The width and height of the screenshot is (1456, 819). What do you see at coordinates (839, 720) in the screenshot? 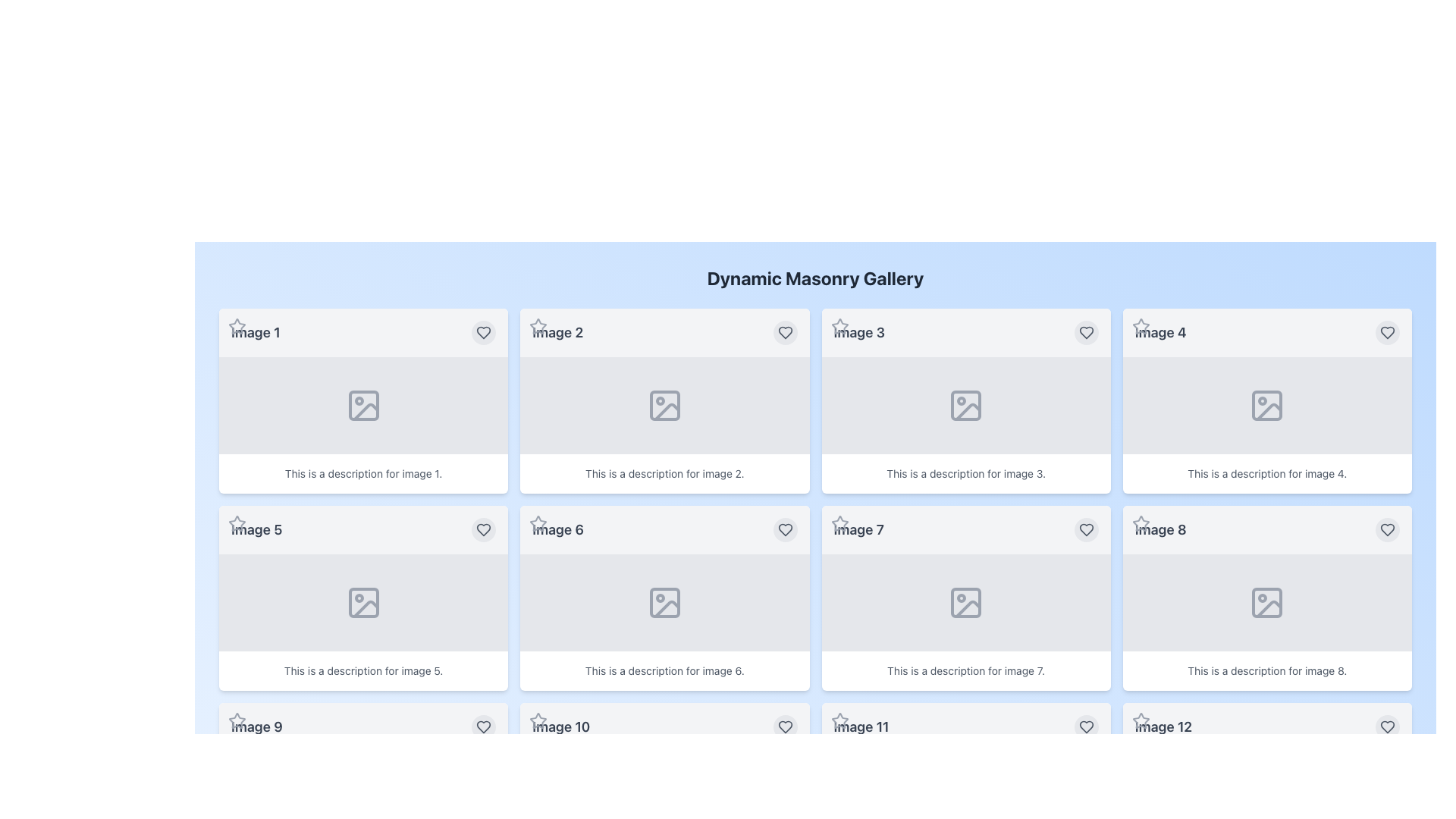
I see `the Icon Button with a star icon located in the upper-left corner of the card titled 'Image 11'` at bounding box center [839, 720].